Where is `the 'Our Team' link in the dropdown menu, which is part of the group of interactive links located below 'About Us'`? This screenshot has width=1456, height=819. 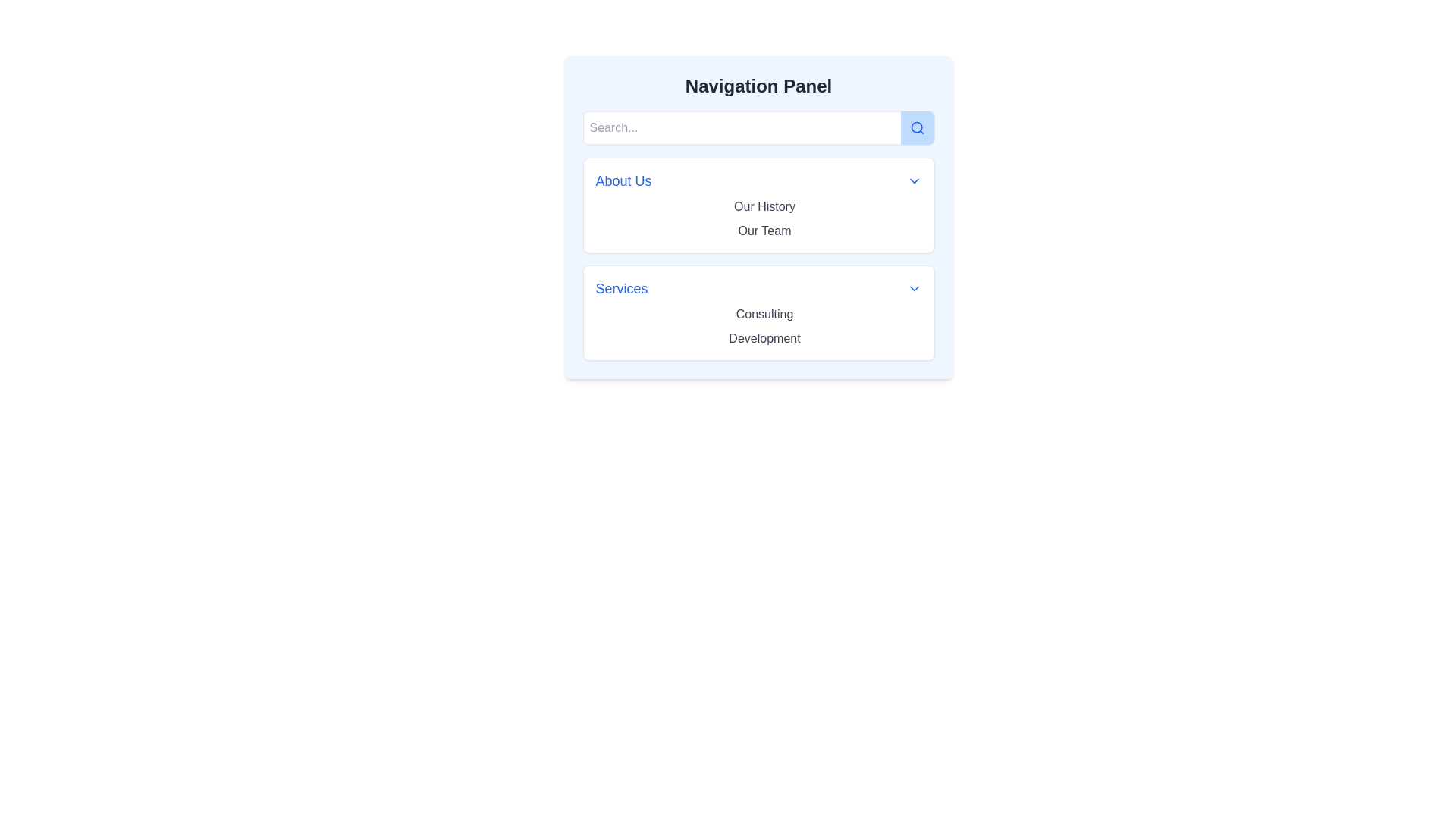
the 'Our Team' link in the dropdown menu, which is part of the group of interactive links located below 'About Us' is located at coordinates (758, 219).